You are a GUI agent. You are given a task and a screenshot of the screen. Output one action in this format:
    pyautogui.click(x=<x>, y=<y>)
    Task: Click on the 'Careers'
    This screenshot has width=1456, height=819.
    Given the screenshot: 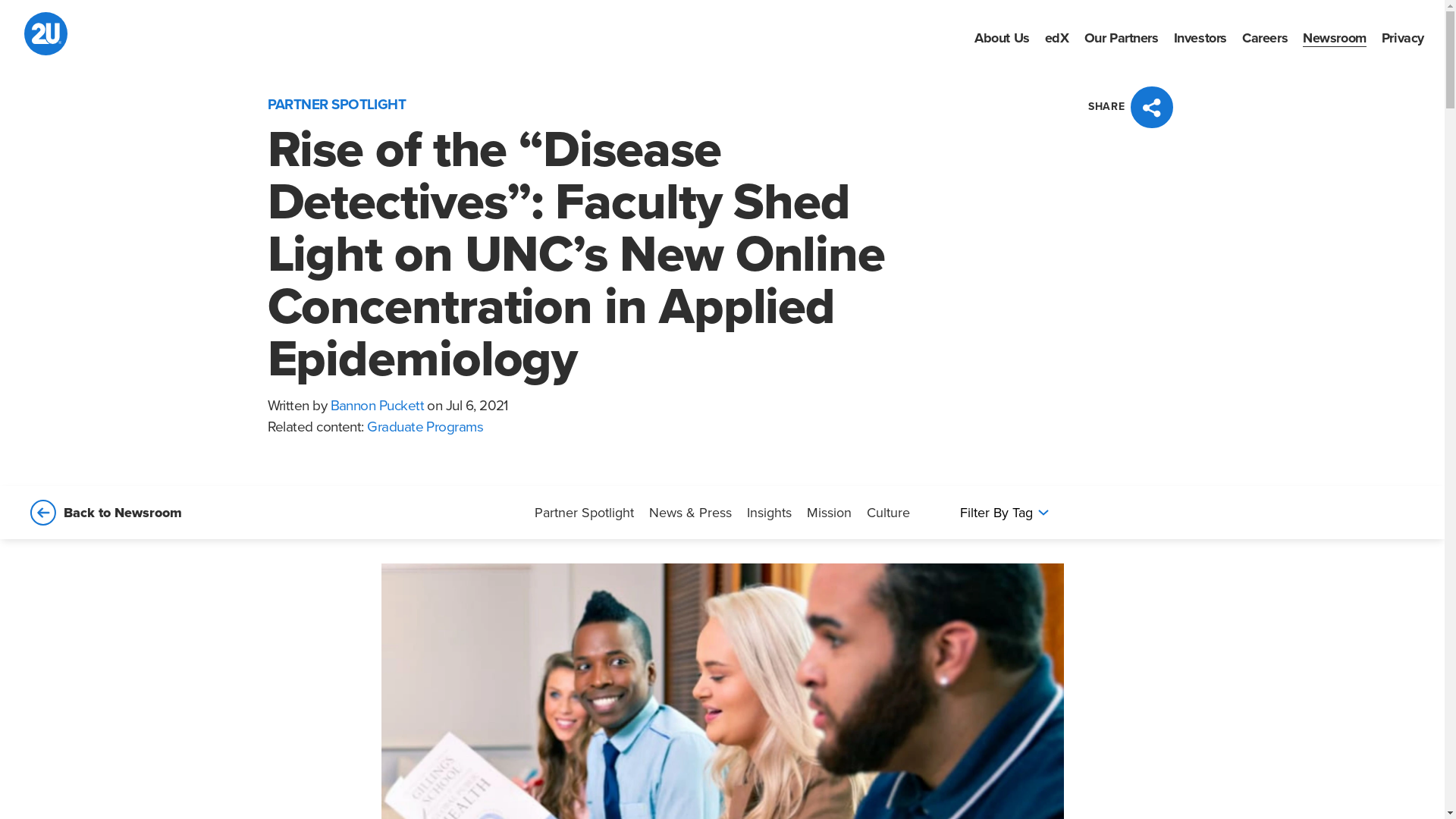 What is the action you would take?
    pyautogui.click(x=1265, y=36)
    